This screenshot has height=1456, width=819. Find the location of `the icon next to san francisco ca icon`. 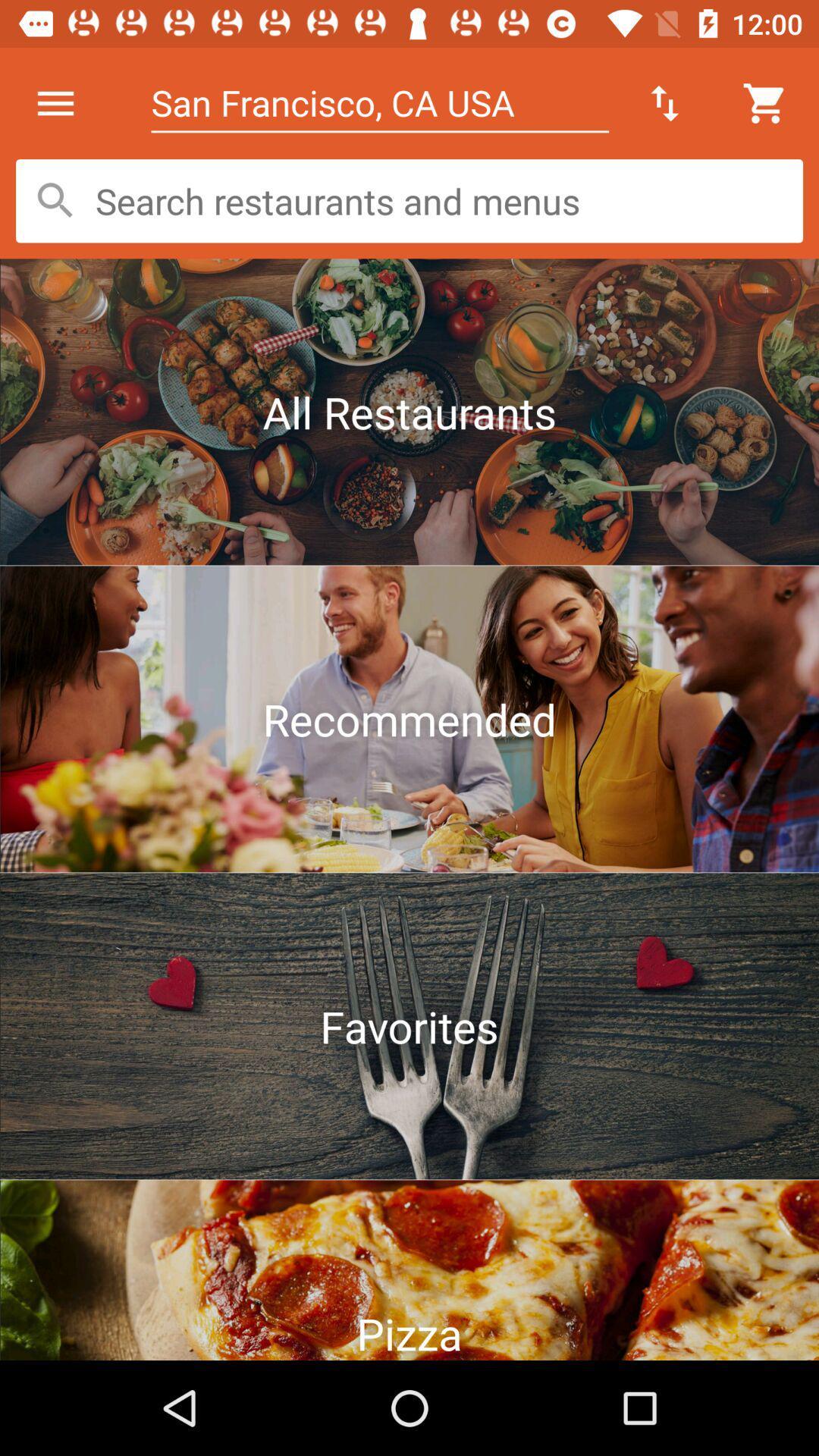

the icon next to san francisco ca icon is located at coordinates (55, 102).